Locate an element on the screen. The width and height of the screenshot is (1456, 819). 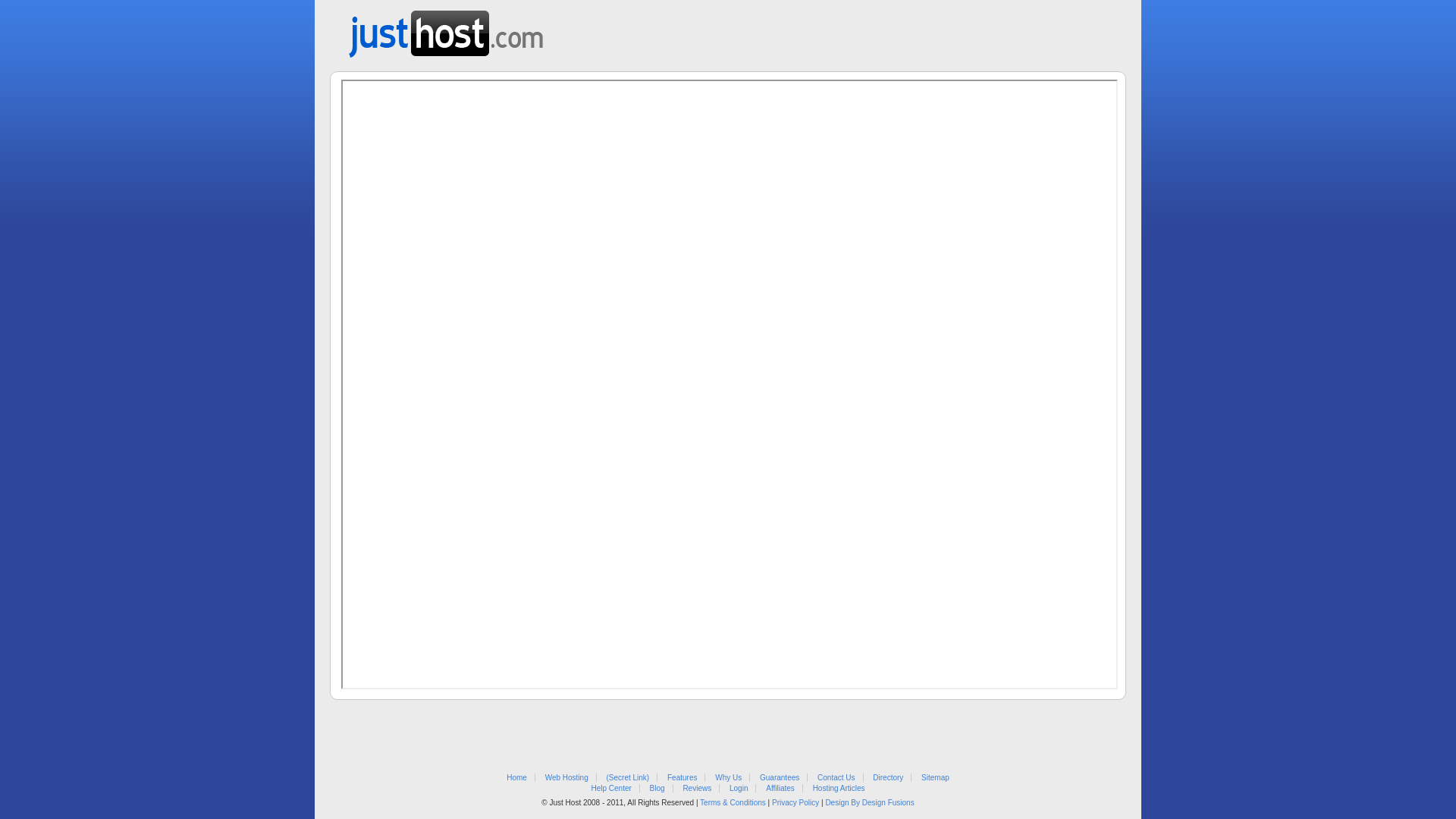
'Design By Design Fusions' is located at coordinates (869, 802).